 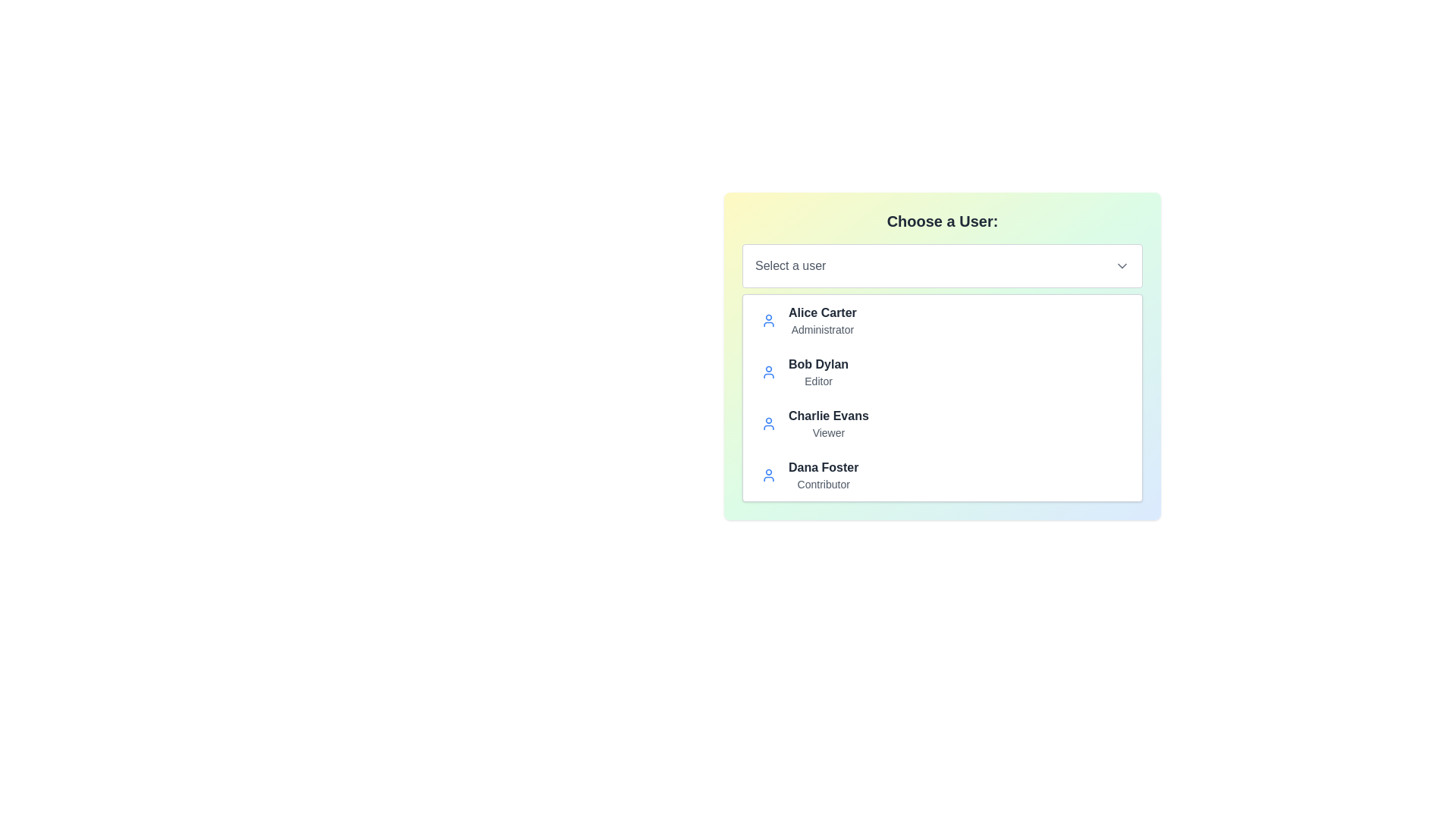 What do you see at coordinates (821, 329) in the screenshot?
I see `the text label displaying 'Administrator', which is located directly below the bolded name 'Alice Carter' in the user-selection list` at bounding box center [821, 329].